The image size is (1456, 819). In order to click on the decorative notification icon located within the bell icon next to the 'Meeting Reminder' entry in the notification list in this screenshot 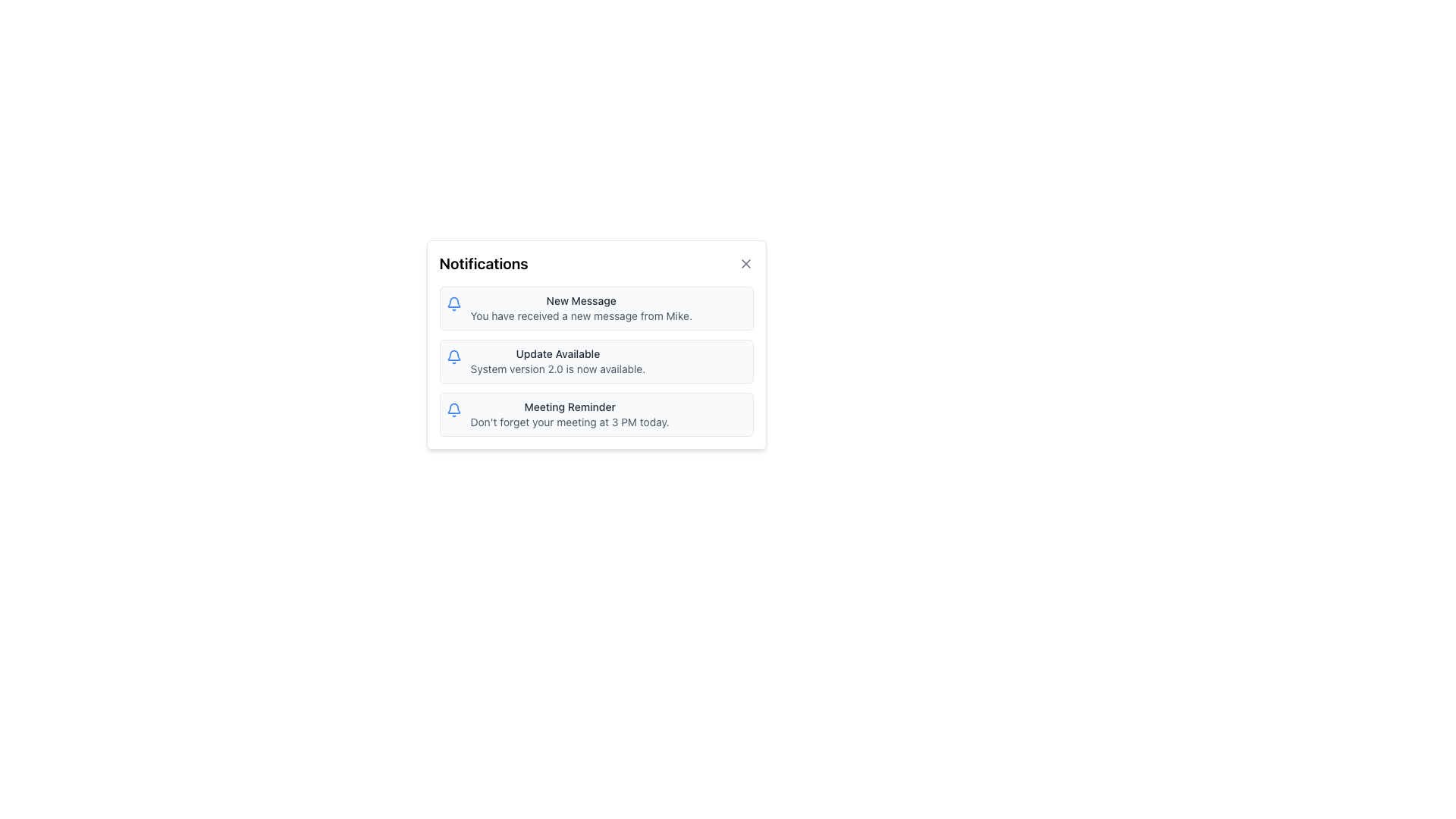, I will do `click(453, 355)`.